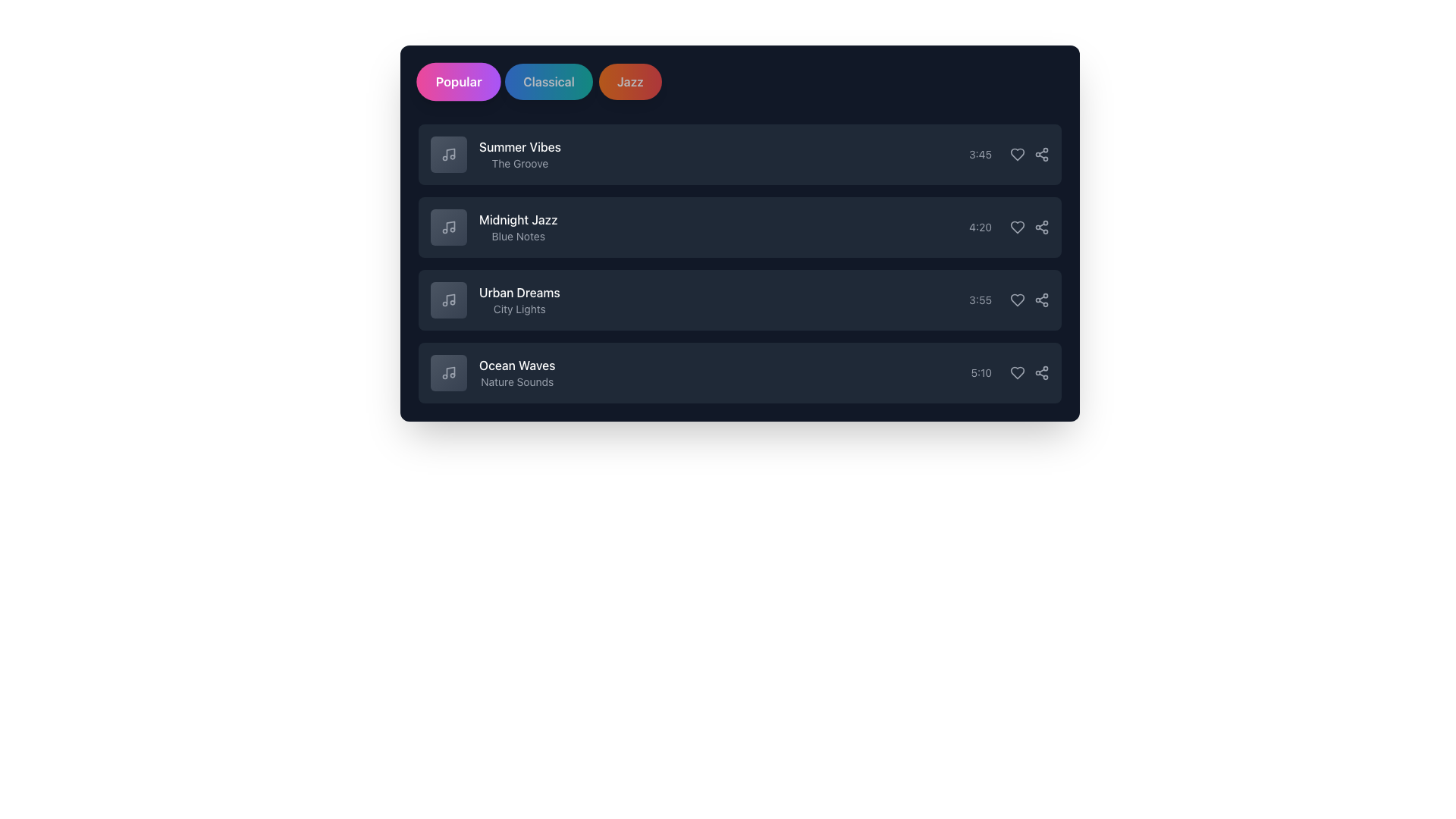  What do you see at coordinates (517, 366) in the screenshot?
I see `the static textual label displaying 'Ocean Waves', which is located in the fourth entry of the list and positioned above the subtitle 'Nature Sounds'` at bounding box center [517, 366].